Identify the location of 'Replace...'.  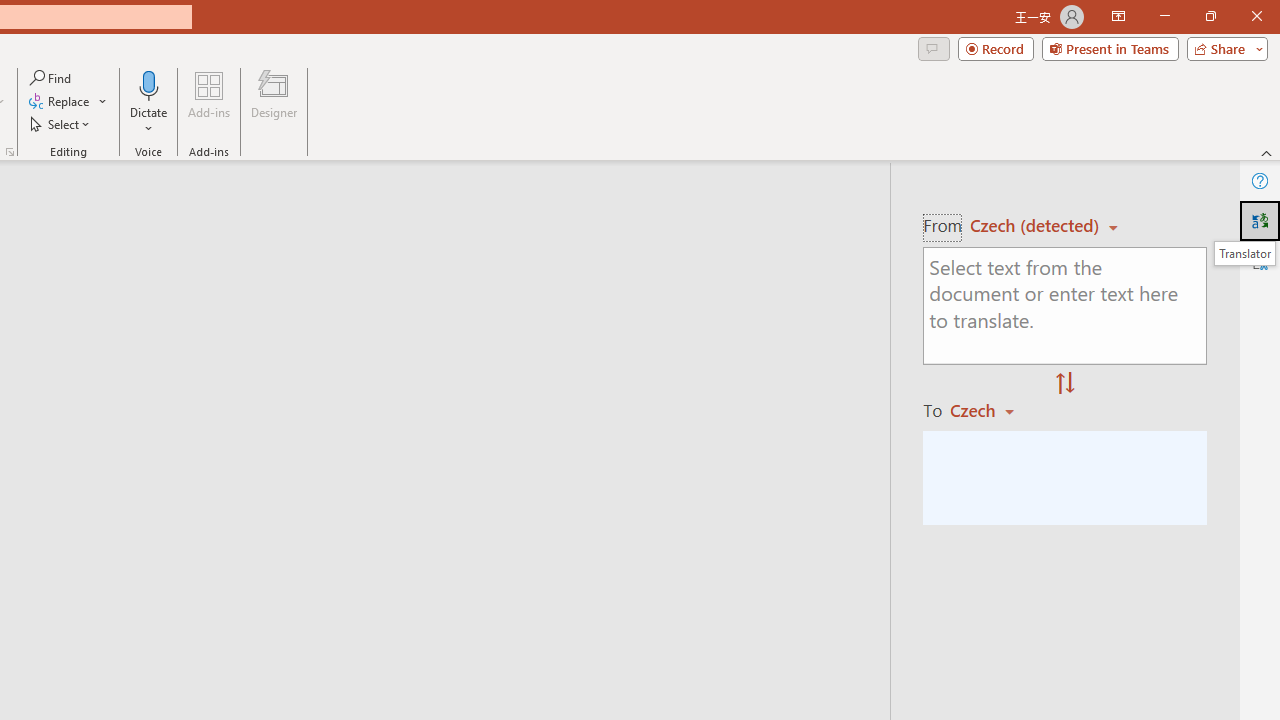
(60, 101).